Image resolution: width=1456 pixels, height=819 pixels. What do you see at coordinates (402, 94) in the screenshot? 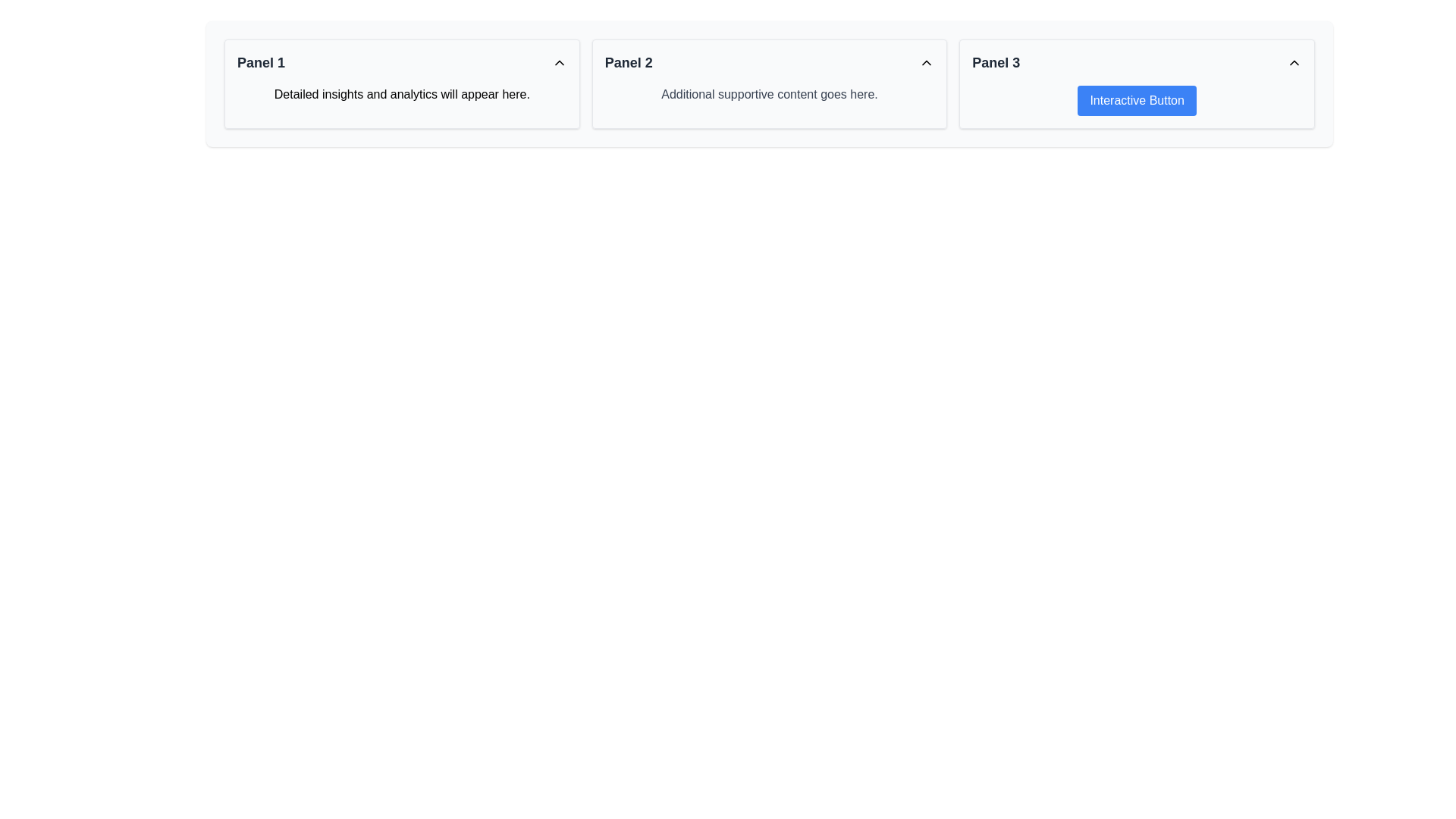
I see `the Static Text element that indicates analytical details will be displayed in Panel 1, located at the lower portion of the panel` at bounding box center [402, 94].